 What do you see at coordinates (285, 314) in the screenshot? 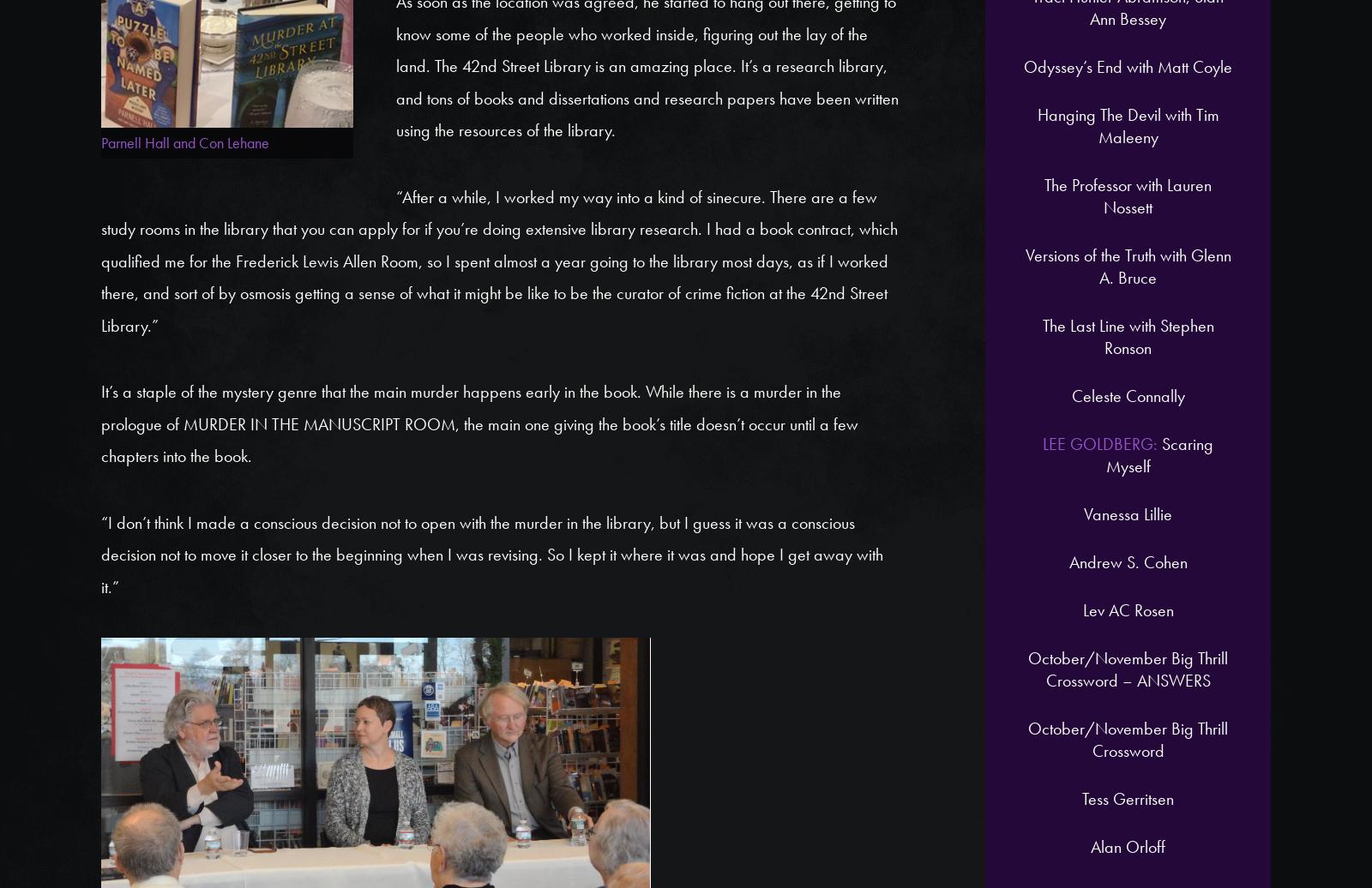
I see `'New Releases'` at bounding box center [285, 314].